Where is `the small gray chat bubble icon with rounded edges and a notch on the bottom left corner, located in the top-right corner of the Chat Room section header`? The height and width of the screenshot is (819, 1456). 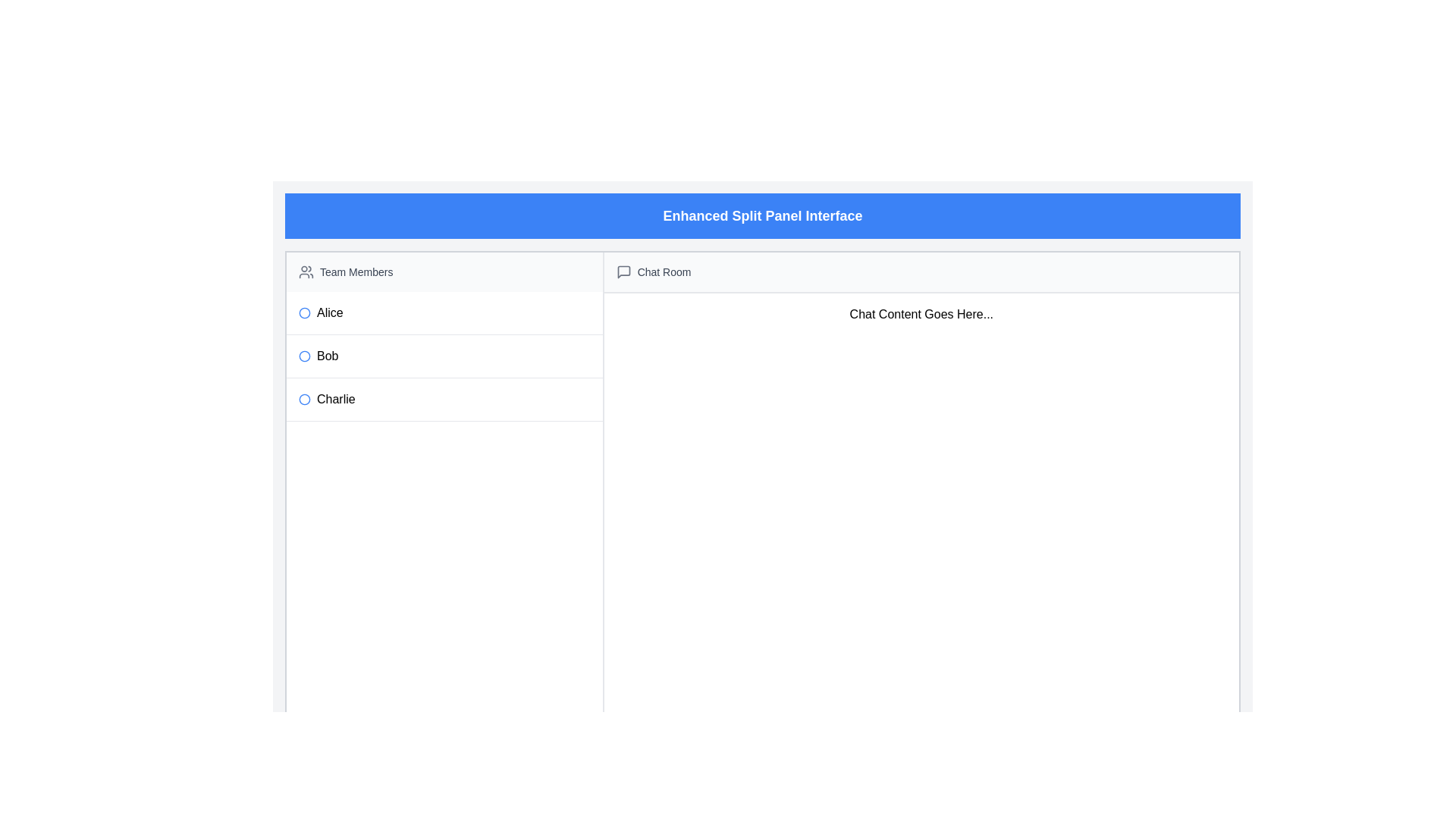 the small gray chat bubble icon with rounded edges and a notch on the bottom left corner, located in the top-right corner of the Chat Room section header is located at coordinates (623, 271).